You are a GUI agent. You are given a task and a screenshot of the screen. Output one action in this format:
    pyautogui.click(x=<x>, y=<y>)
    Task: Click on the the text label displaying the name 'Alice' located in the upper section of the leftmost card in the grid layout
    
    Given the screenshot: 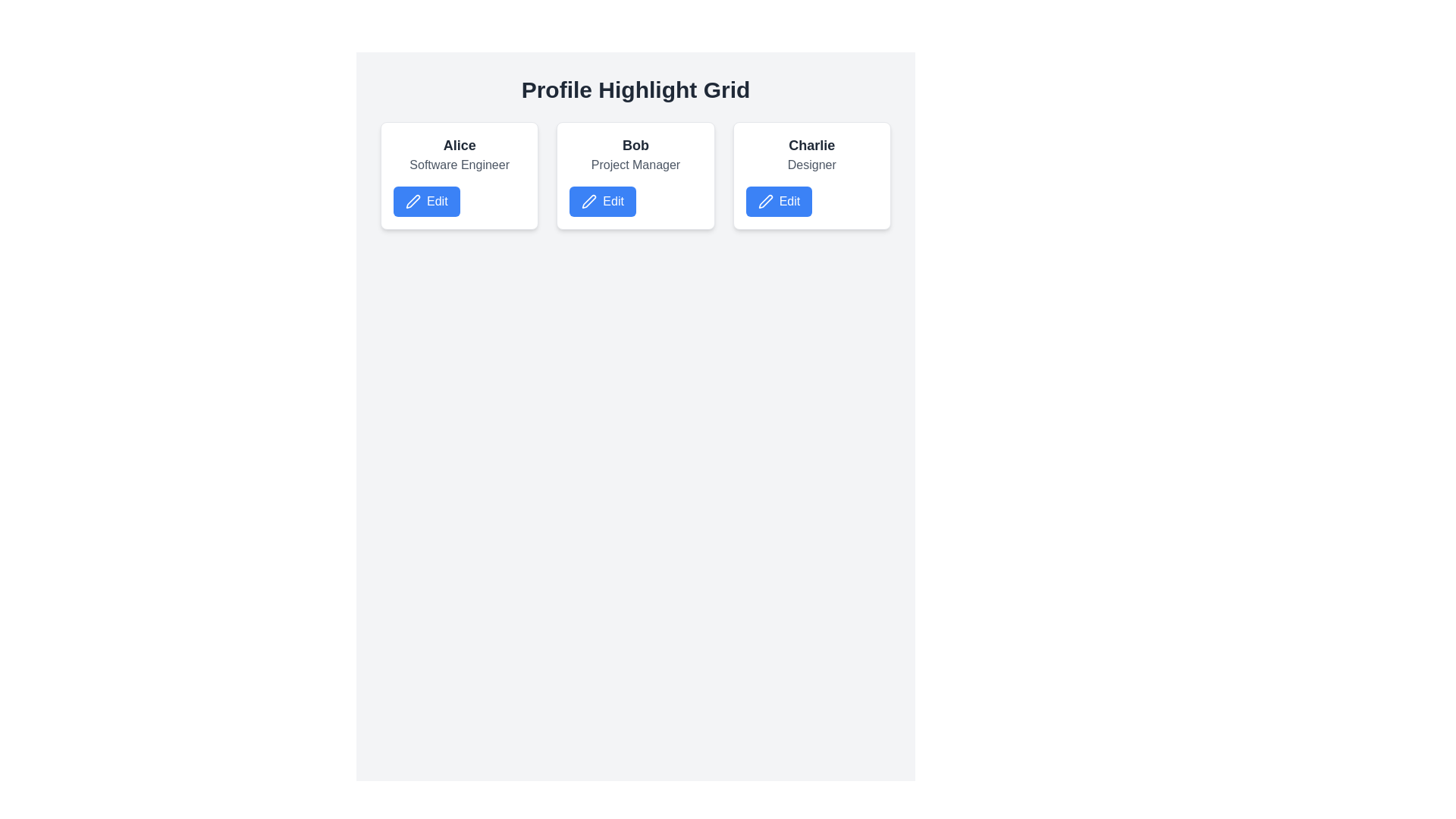 What is the action you would take?
    pyautogui.click(x=459, y=146)
    